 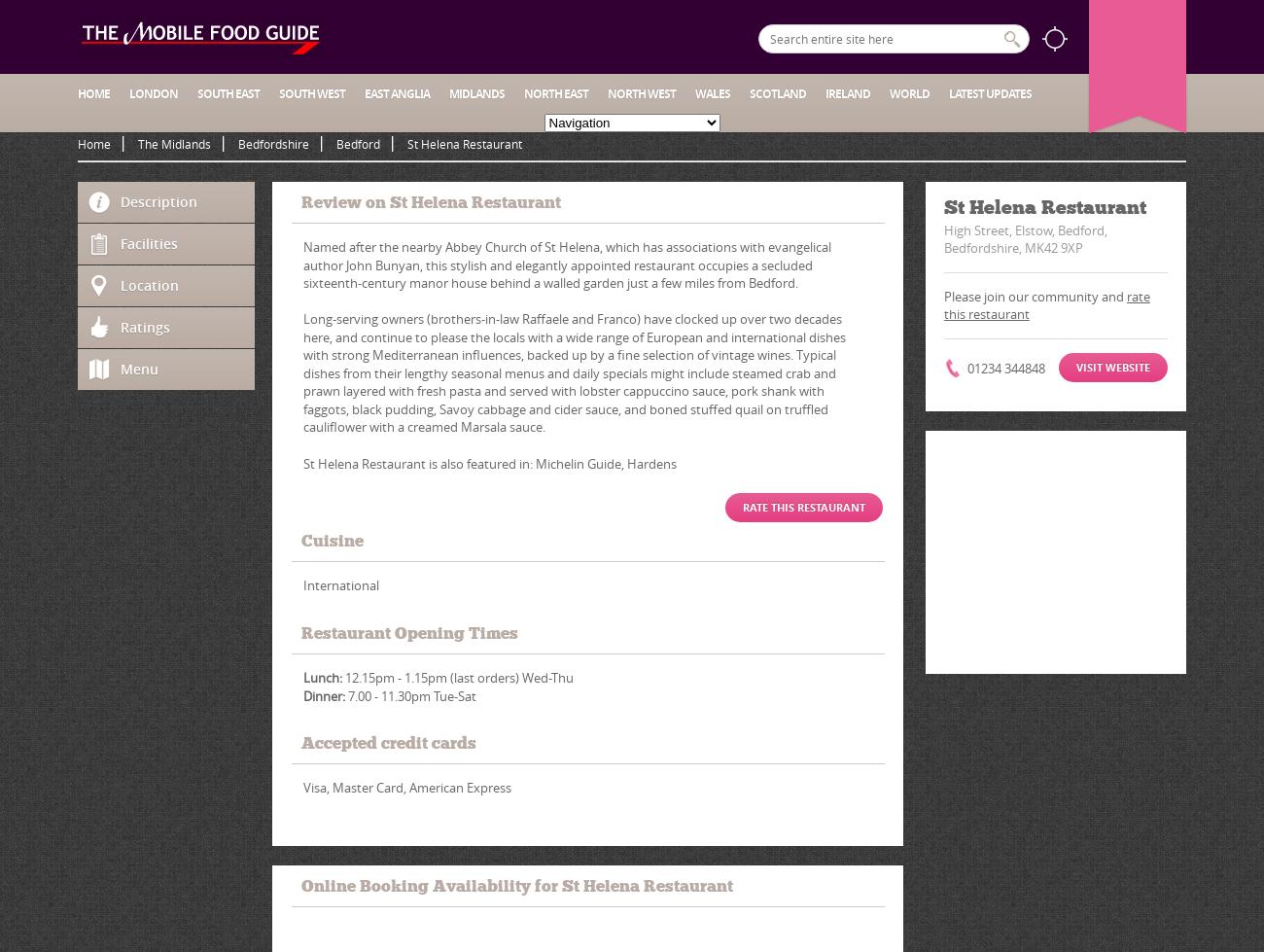 What do you see at coordinates (197, 93) in the screenshot?
I see `'South East'` at bounding box center [197, 93].